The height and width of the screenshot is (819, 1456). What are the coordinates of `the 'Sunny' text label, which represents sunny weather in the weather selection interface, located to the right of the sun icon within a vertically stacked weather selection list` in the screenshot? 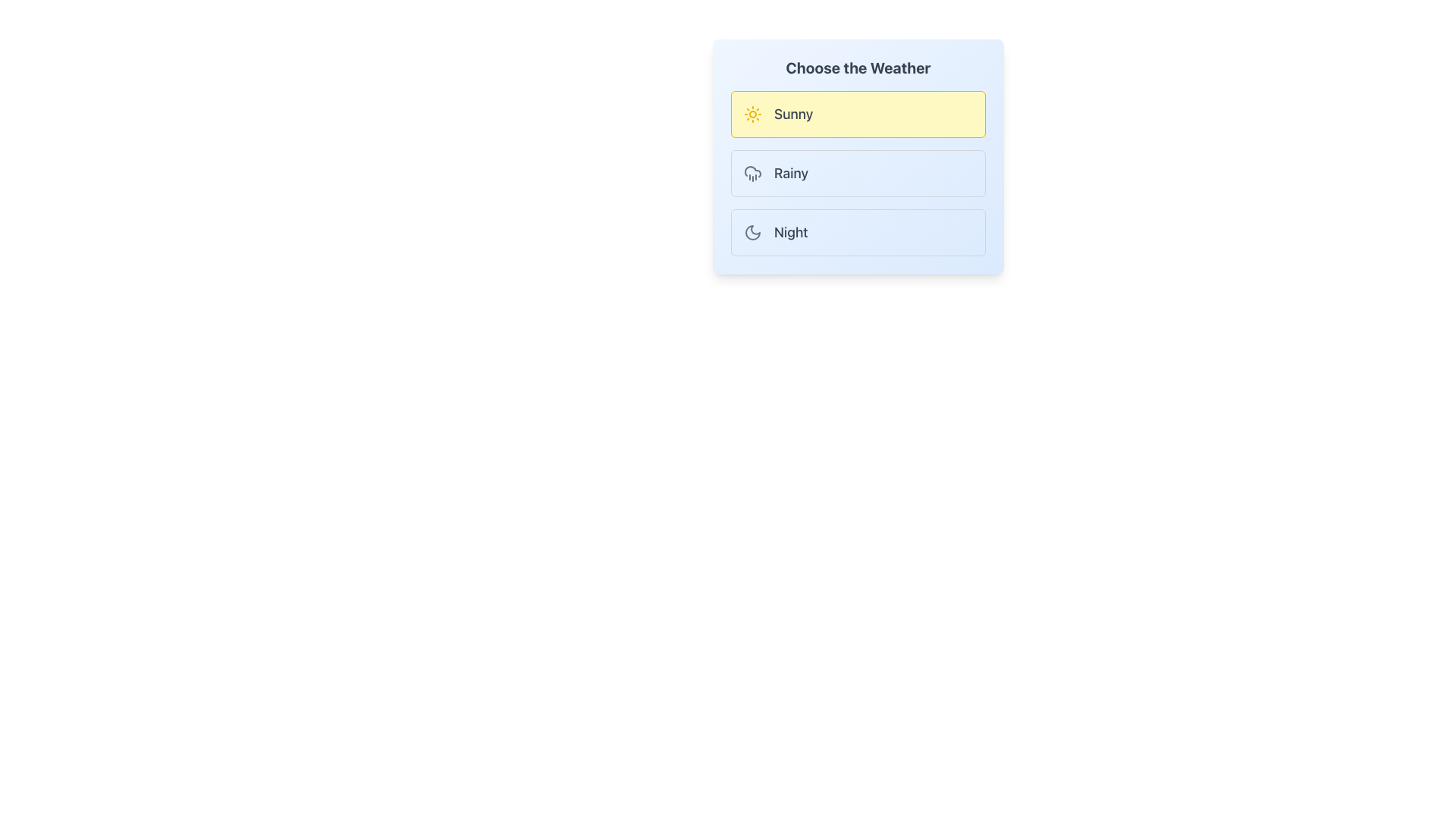 It's located at (792, 113).